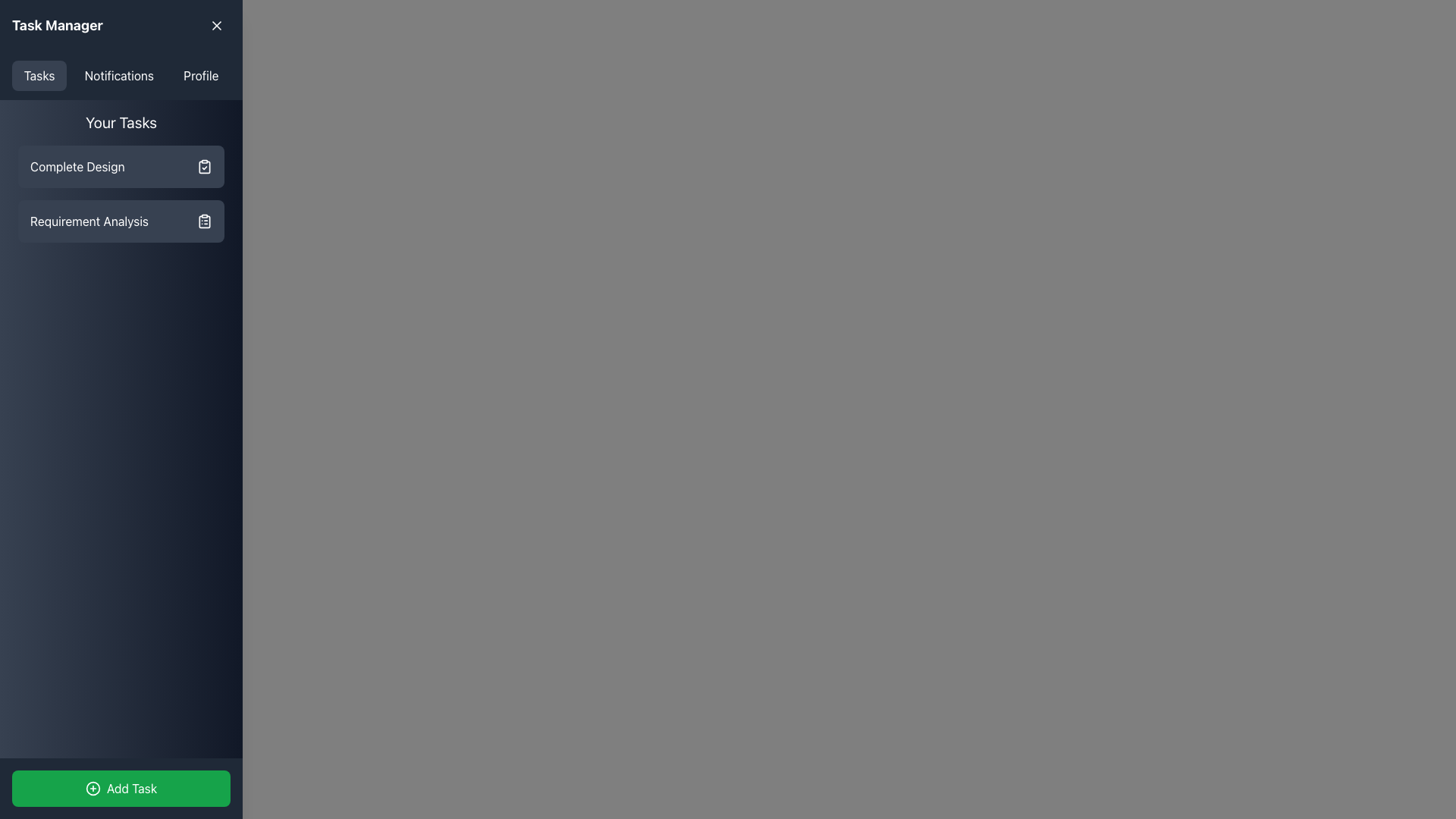 This screenshot has height=819, width=1456. Describe the element at coordinates (89, 221) in the screenshot. I see `the text element labeled 'Requirement Analysis' which is located in the middle section of the left panel of the task manager interface` at that location.